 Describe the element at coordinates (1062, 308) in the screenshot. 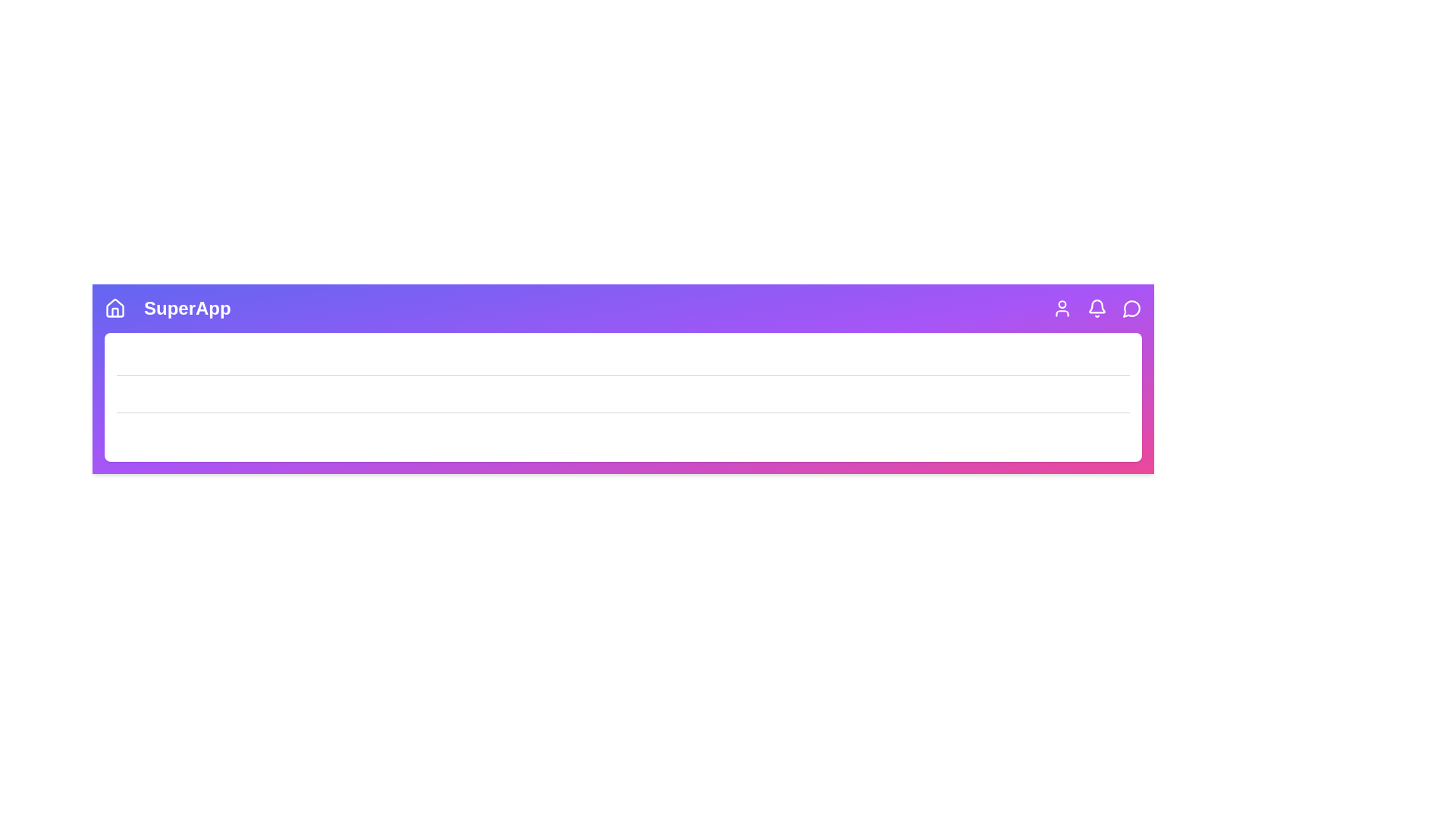

I see `the User icon to see its hover effect` at that location.